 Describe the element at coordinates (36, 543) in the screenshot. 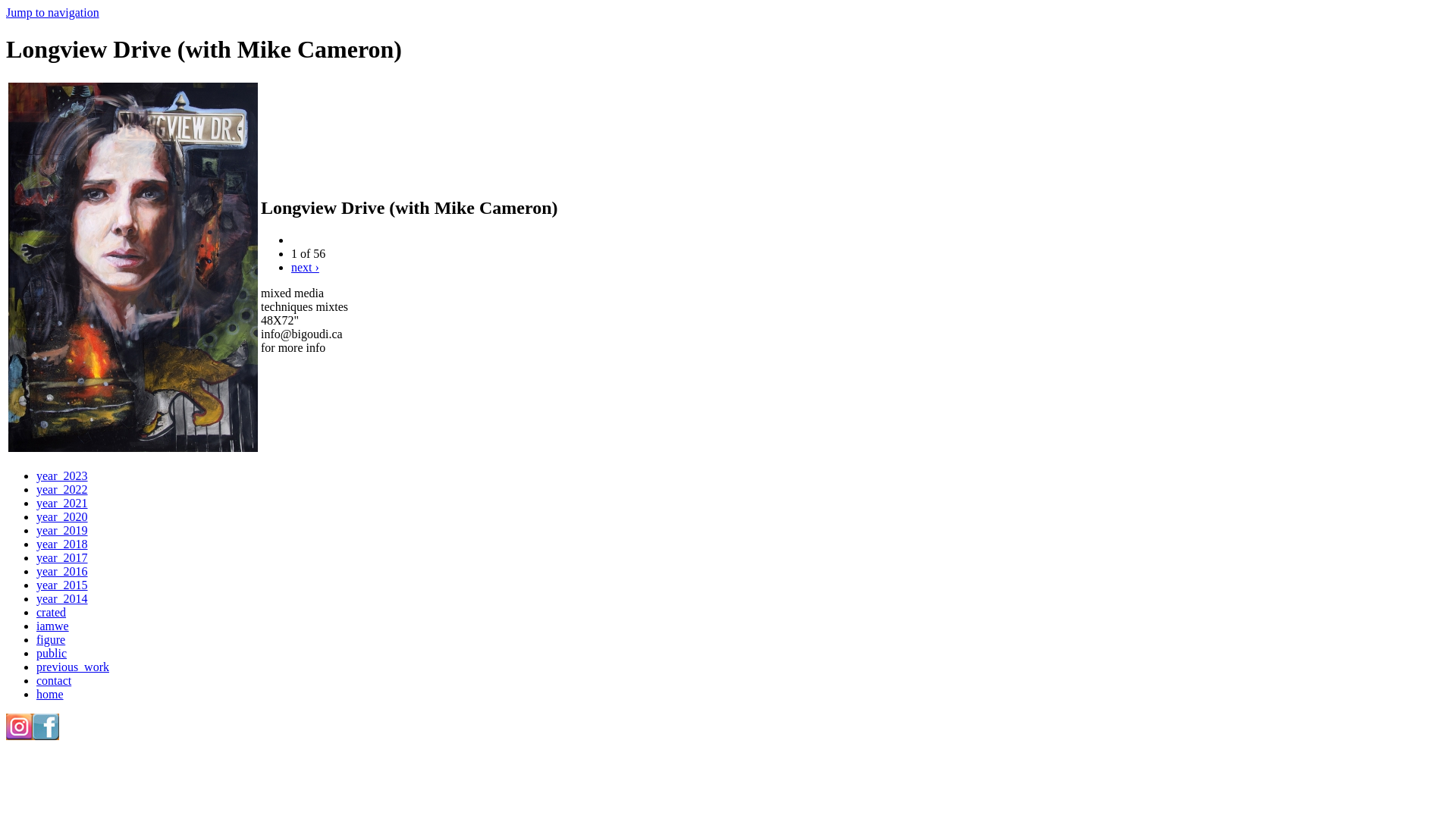

I see `'year_2018'` at that location.